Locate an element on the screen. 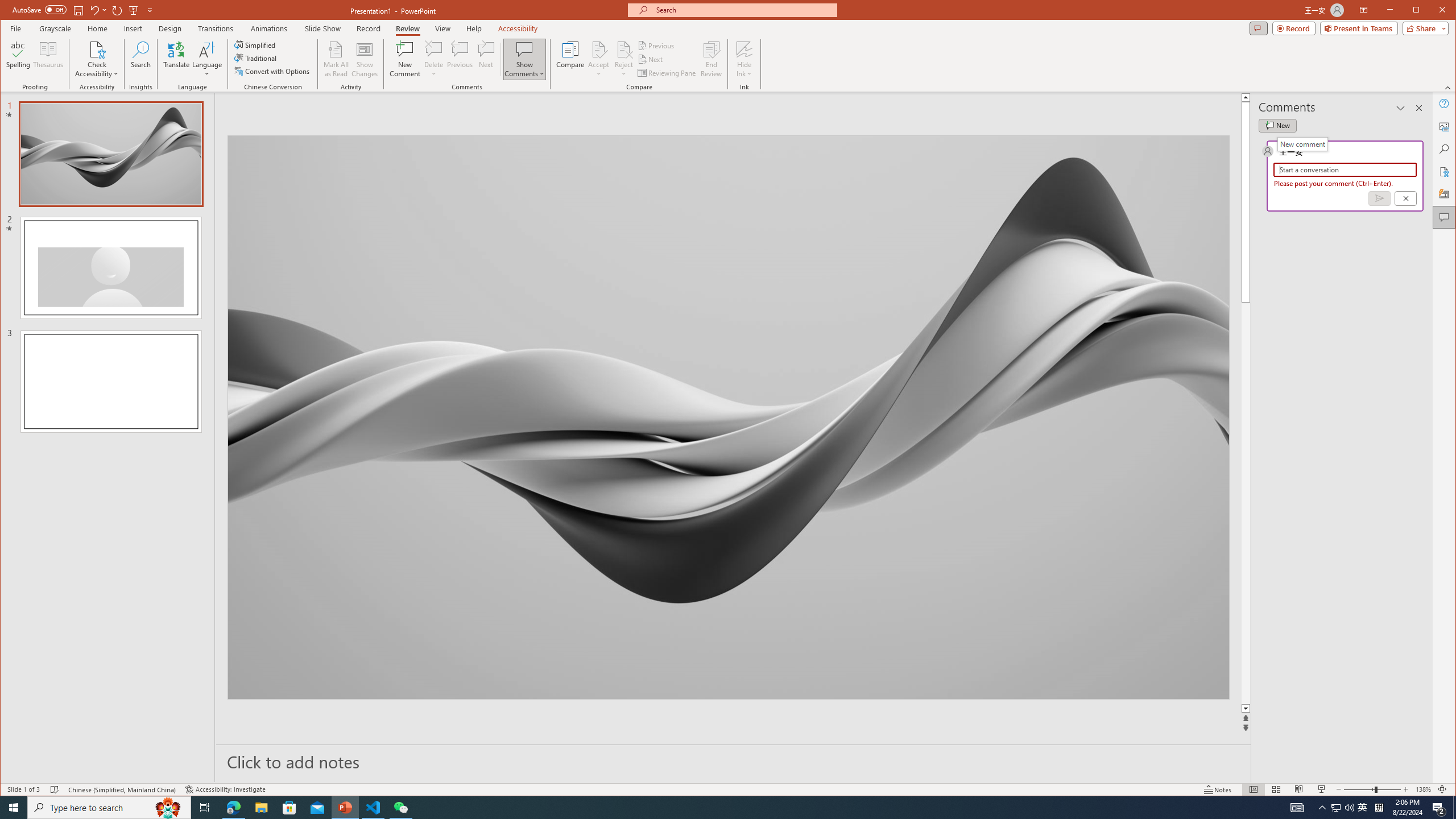  'Check Accessibility' is located at coordinates (97, 48).